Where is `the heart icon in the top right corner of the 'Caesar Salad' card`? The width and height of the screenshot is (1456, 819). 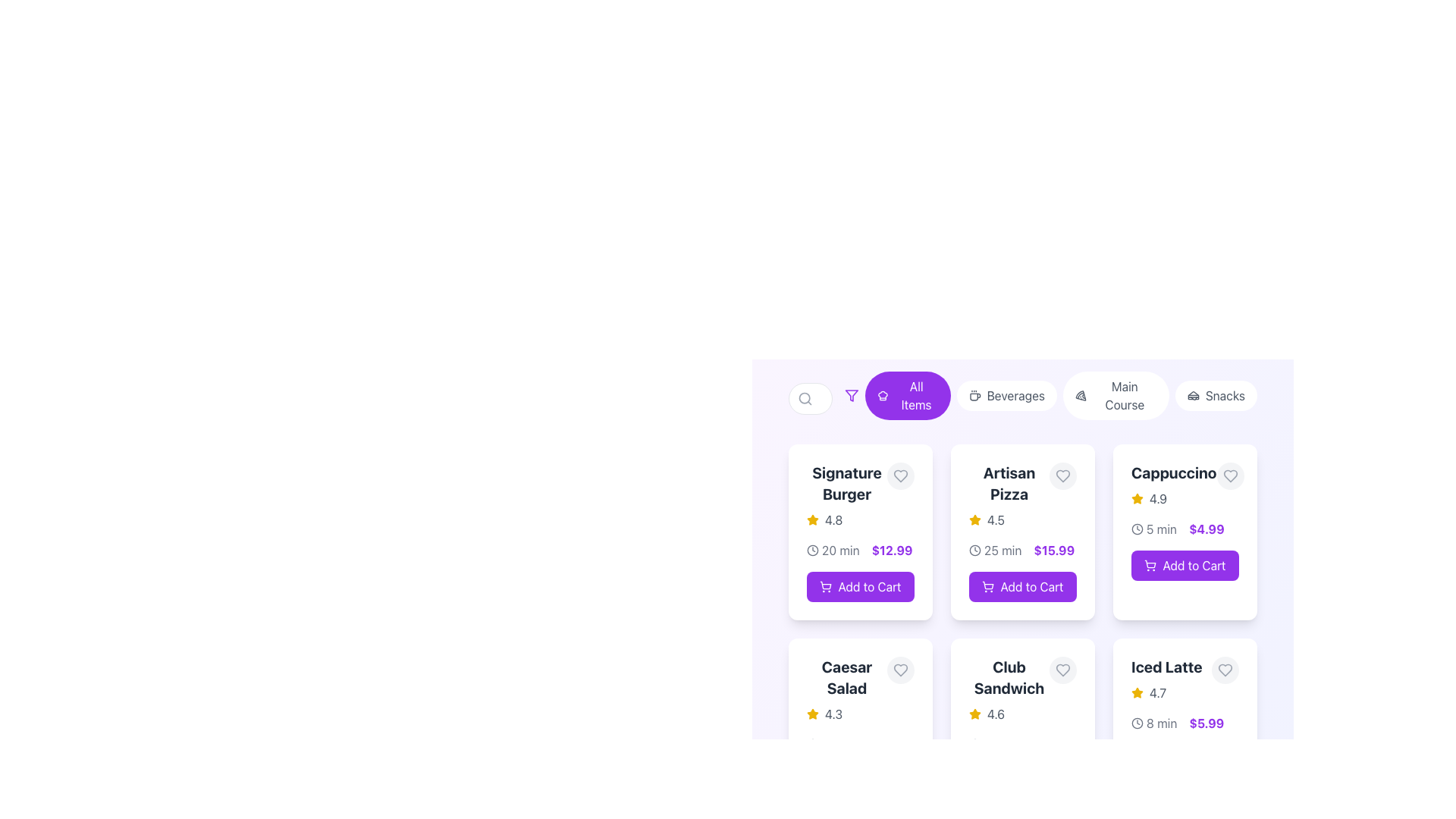
the heart icon in the top right corner of the 'Caesar Salad' card is located at coordinates (901, 669).